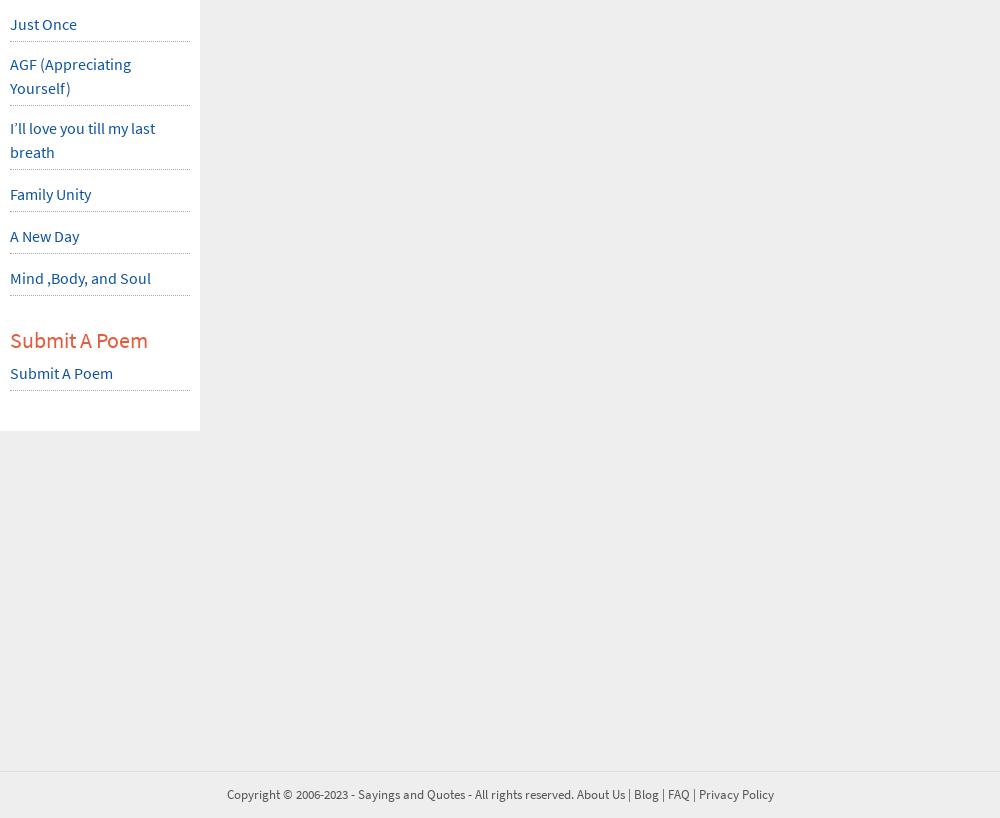 This screenshot has width=1000, height=818. I want to click on 'Blog', so click(645, 794).